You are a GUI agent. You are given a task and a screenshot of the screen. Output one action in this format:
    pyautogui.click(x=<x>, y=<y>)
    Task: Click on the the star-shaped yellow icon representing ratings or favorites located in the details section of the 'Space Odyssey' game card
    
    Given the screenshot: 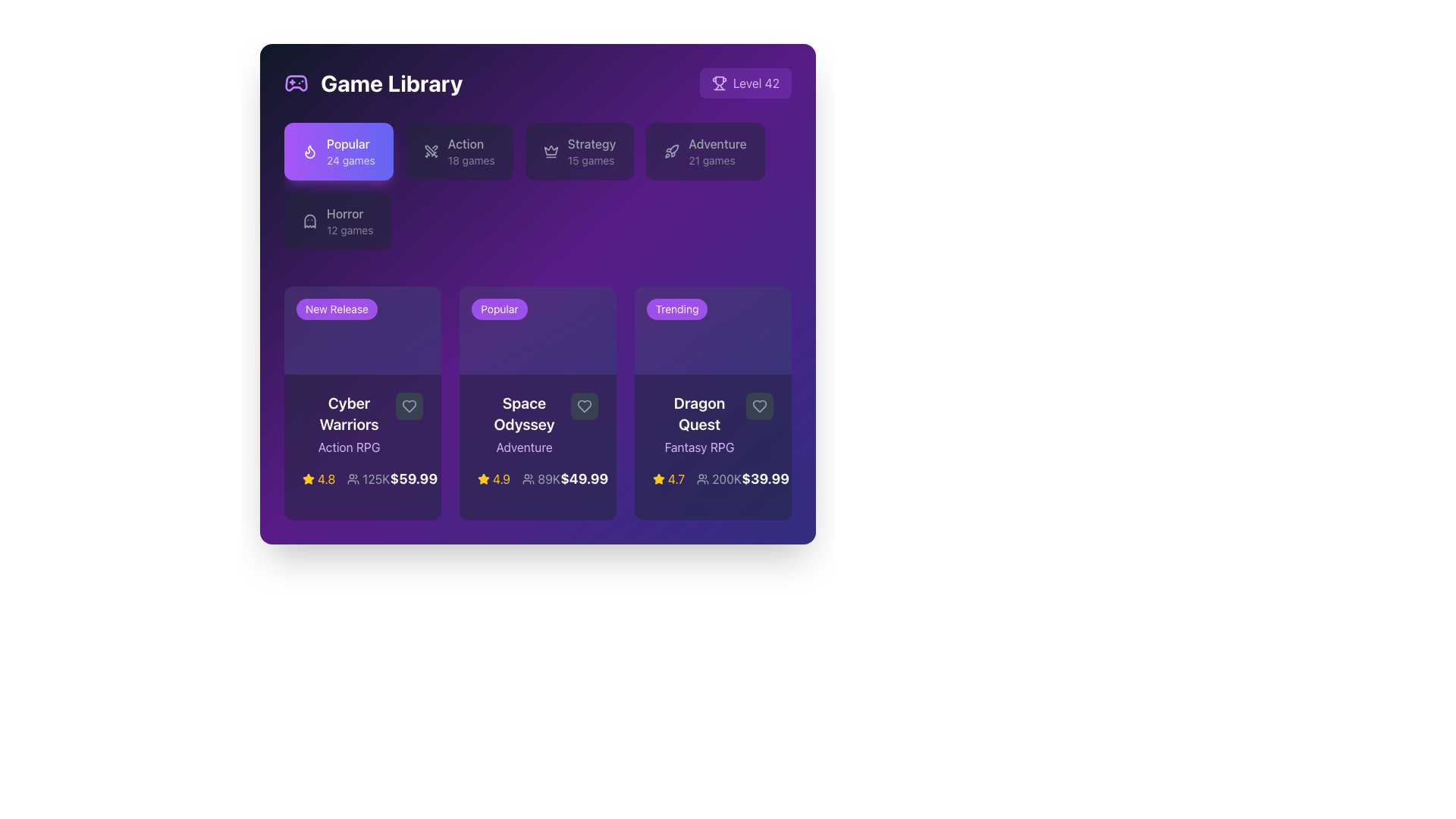 What is the action you would take?
    pyautogui.click(x=308, y=479)
    